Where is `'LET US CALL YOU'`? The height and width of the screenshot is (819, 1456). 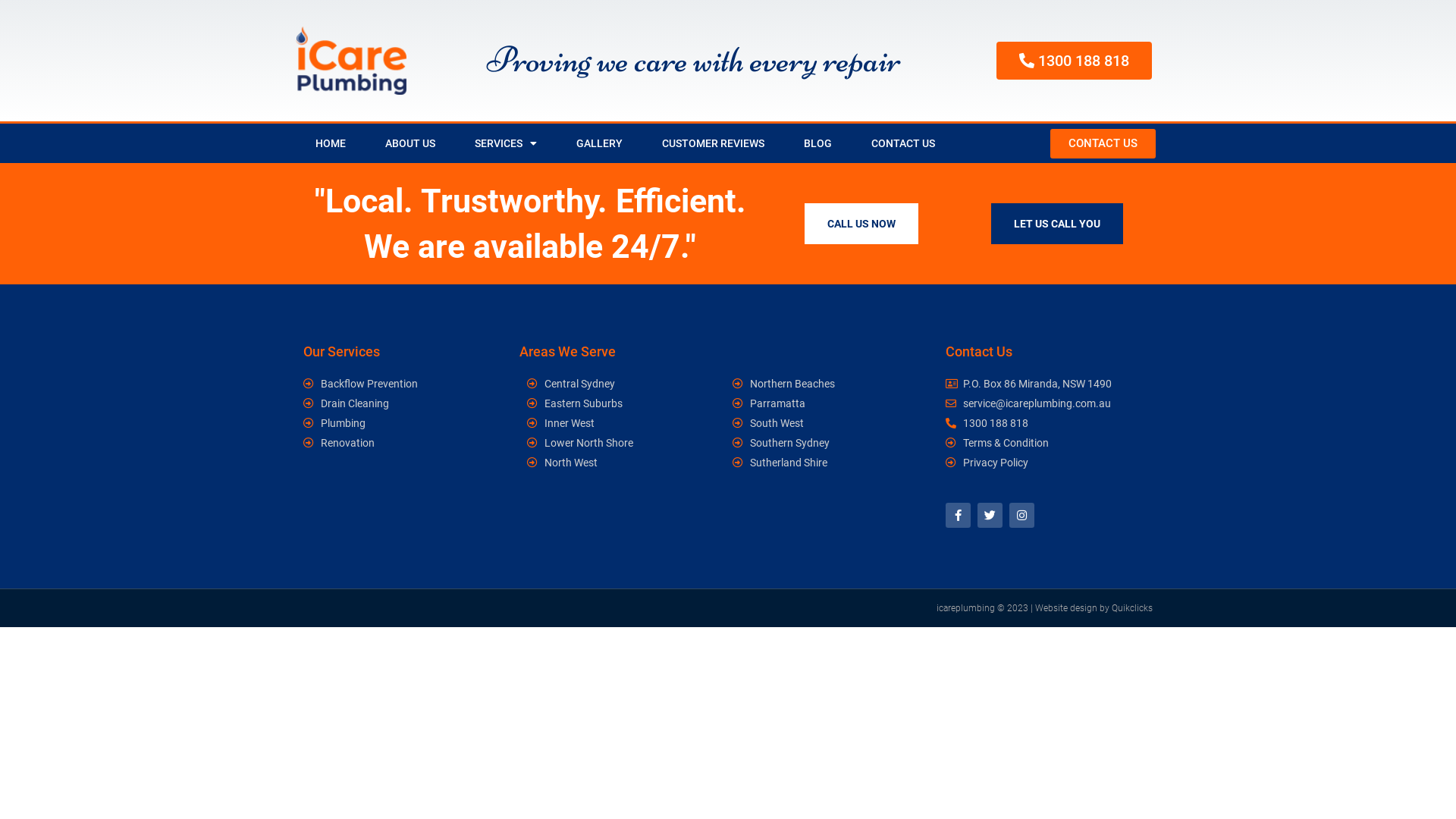 'LET US CALL YOU' is located at coordinates (1056, 223).